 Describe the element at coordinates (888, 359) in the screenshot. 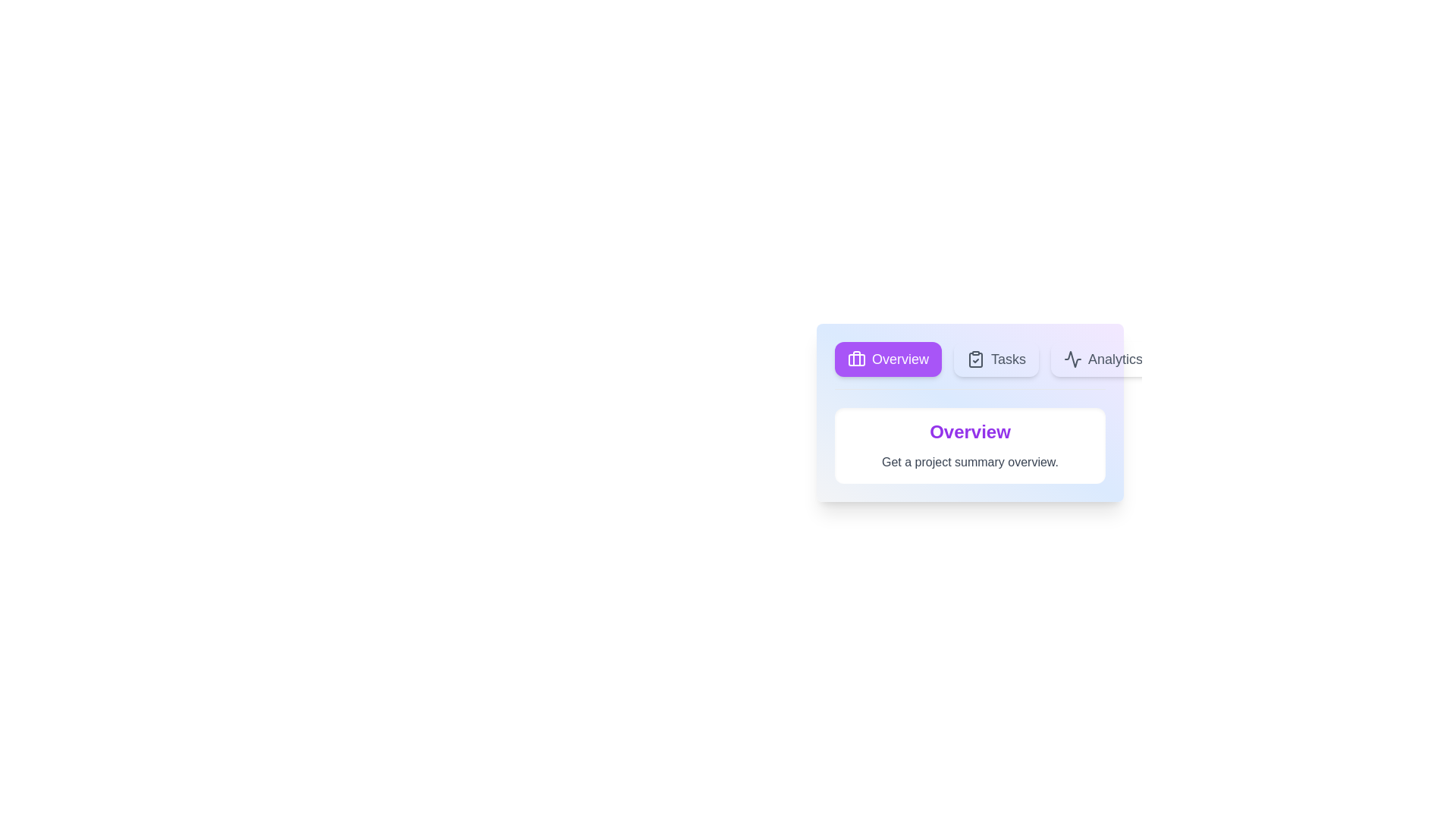

I see `the tab labeled Overview to observe its hover effect` at that location.